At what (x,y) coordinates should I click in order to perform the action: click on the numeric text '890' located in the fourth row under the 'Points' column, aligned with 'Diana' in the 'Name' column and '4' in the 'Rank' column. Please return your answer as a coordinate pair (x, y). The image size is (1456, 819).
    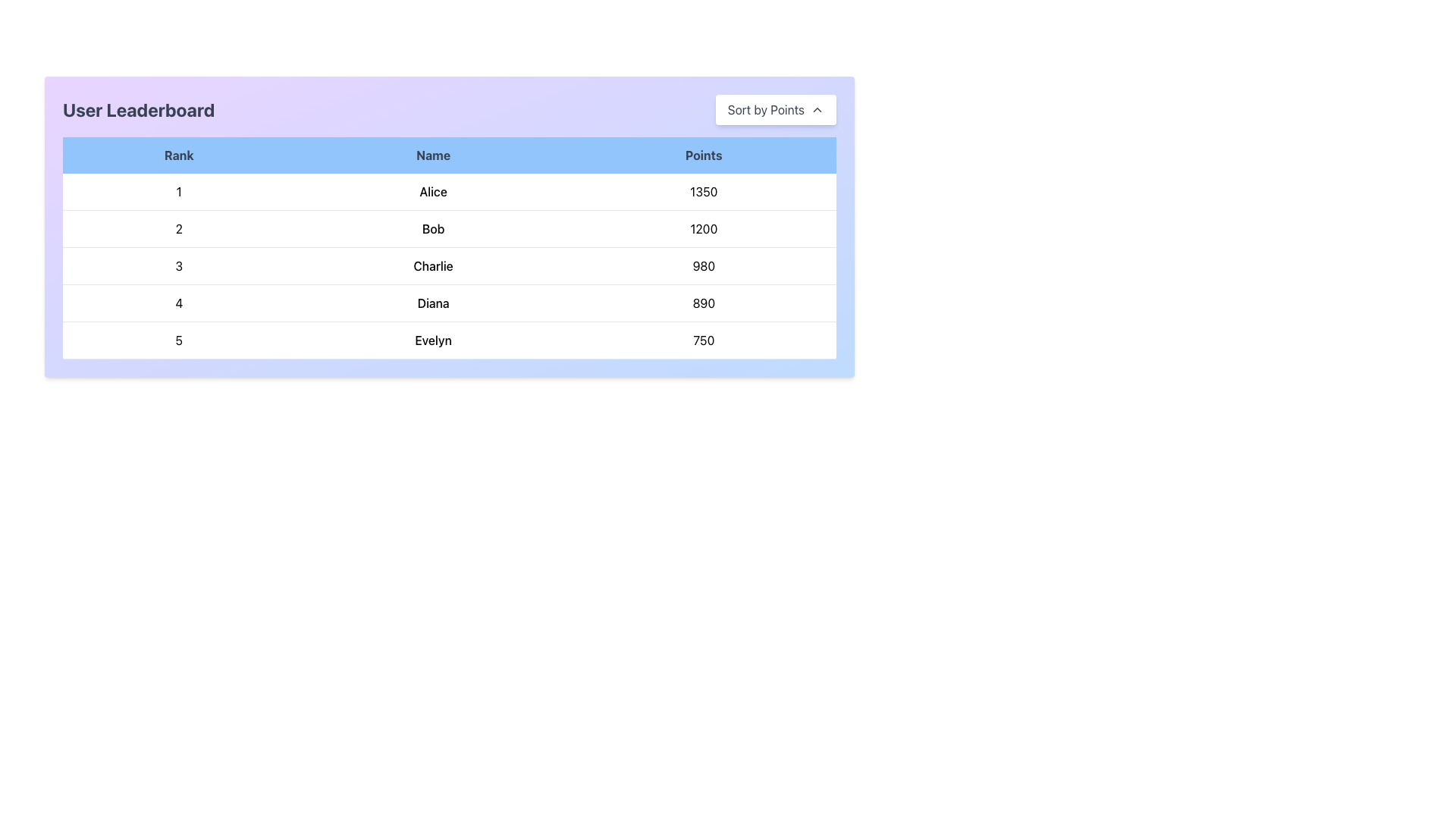
    Looking at the image, I should click on (703, 303).